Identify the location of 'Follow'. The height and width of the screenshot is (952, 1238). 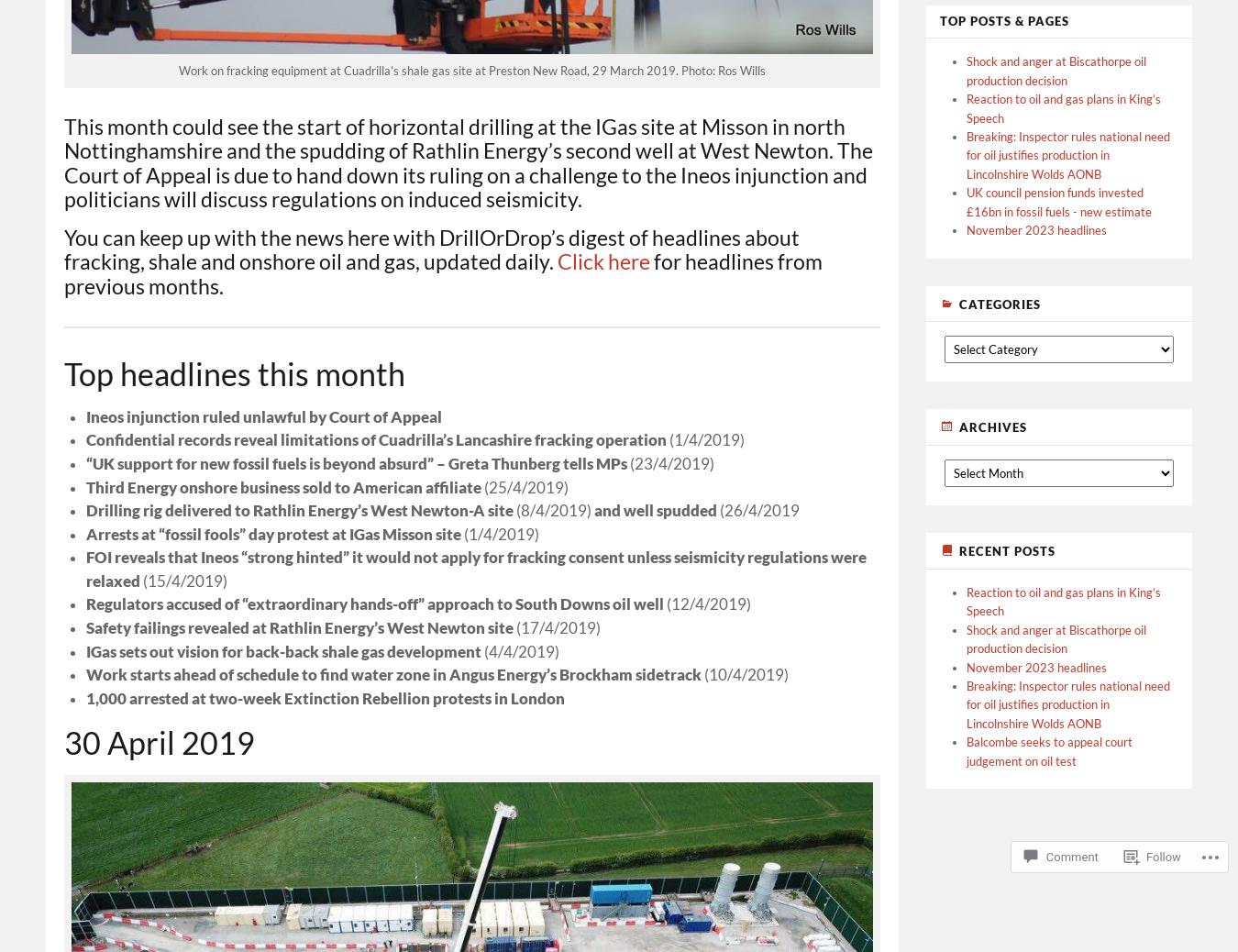
(1163, 857).